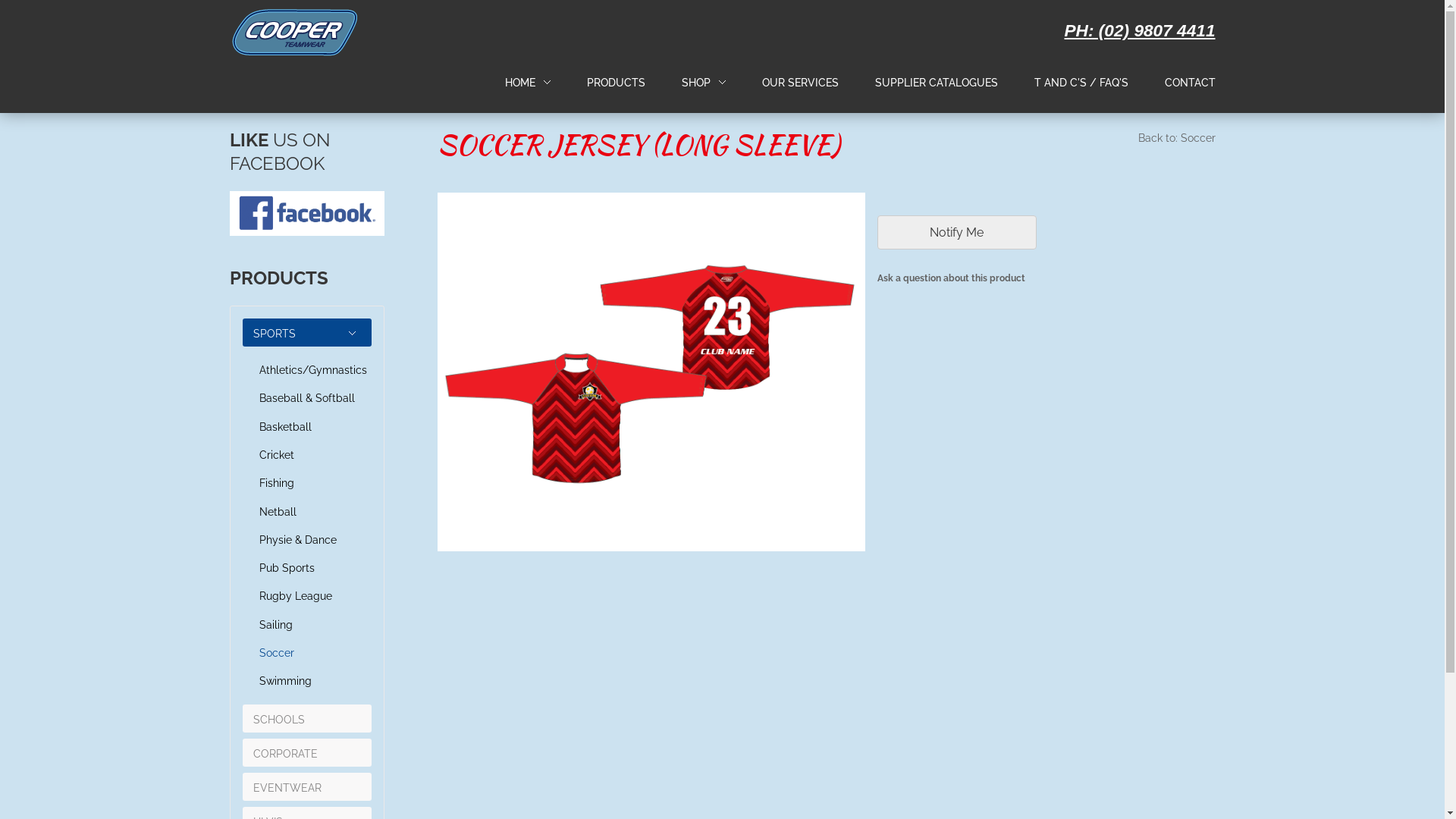  What do you see at coordinates (306, 625) in the screenshot?
I see `'Sailing'` at bounding box center [306, 625].